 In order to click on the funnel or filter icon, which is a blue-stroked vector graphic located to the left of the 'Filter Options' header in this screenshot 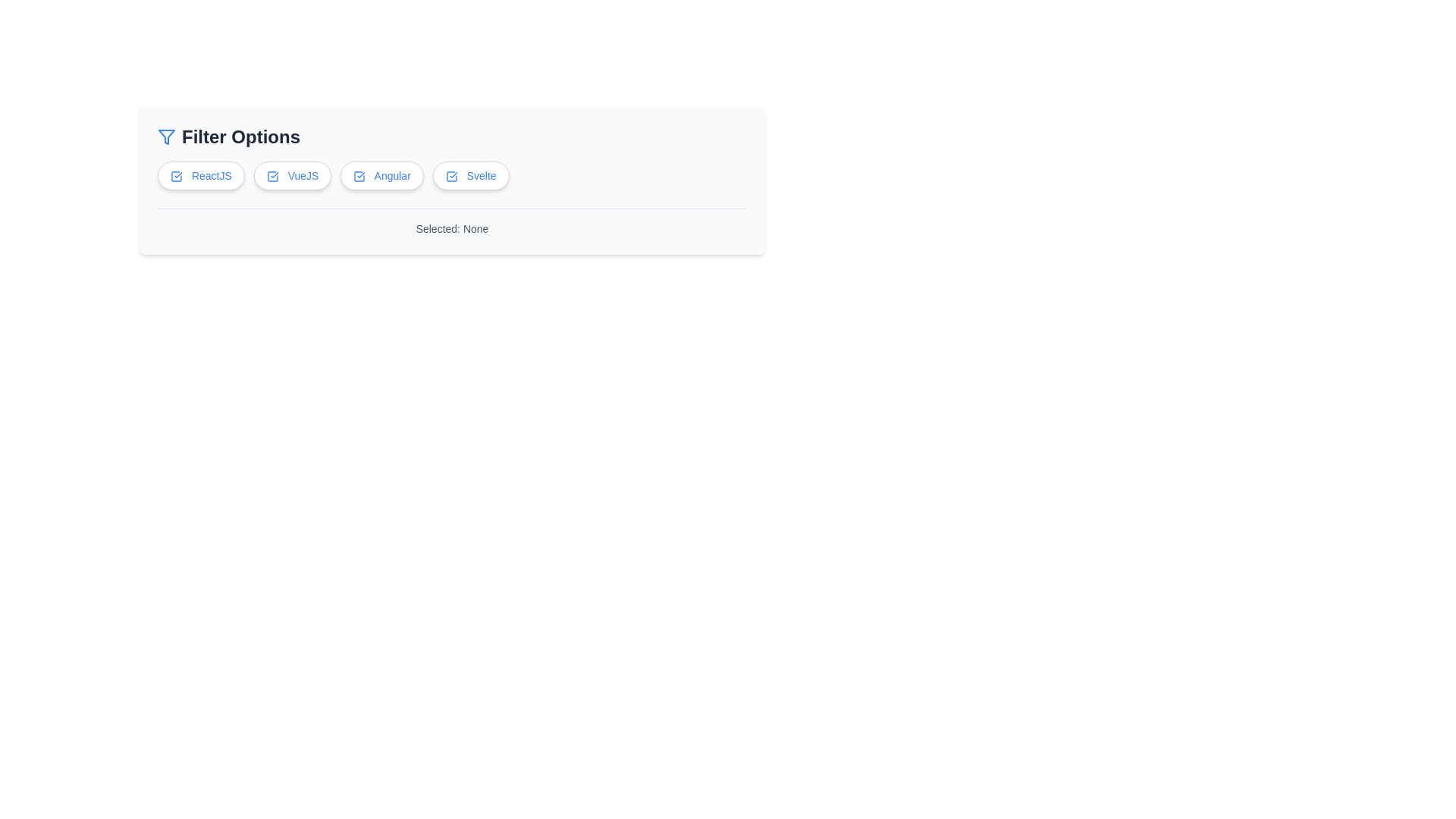, I will do `click(167, 137)`.